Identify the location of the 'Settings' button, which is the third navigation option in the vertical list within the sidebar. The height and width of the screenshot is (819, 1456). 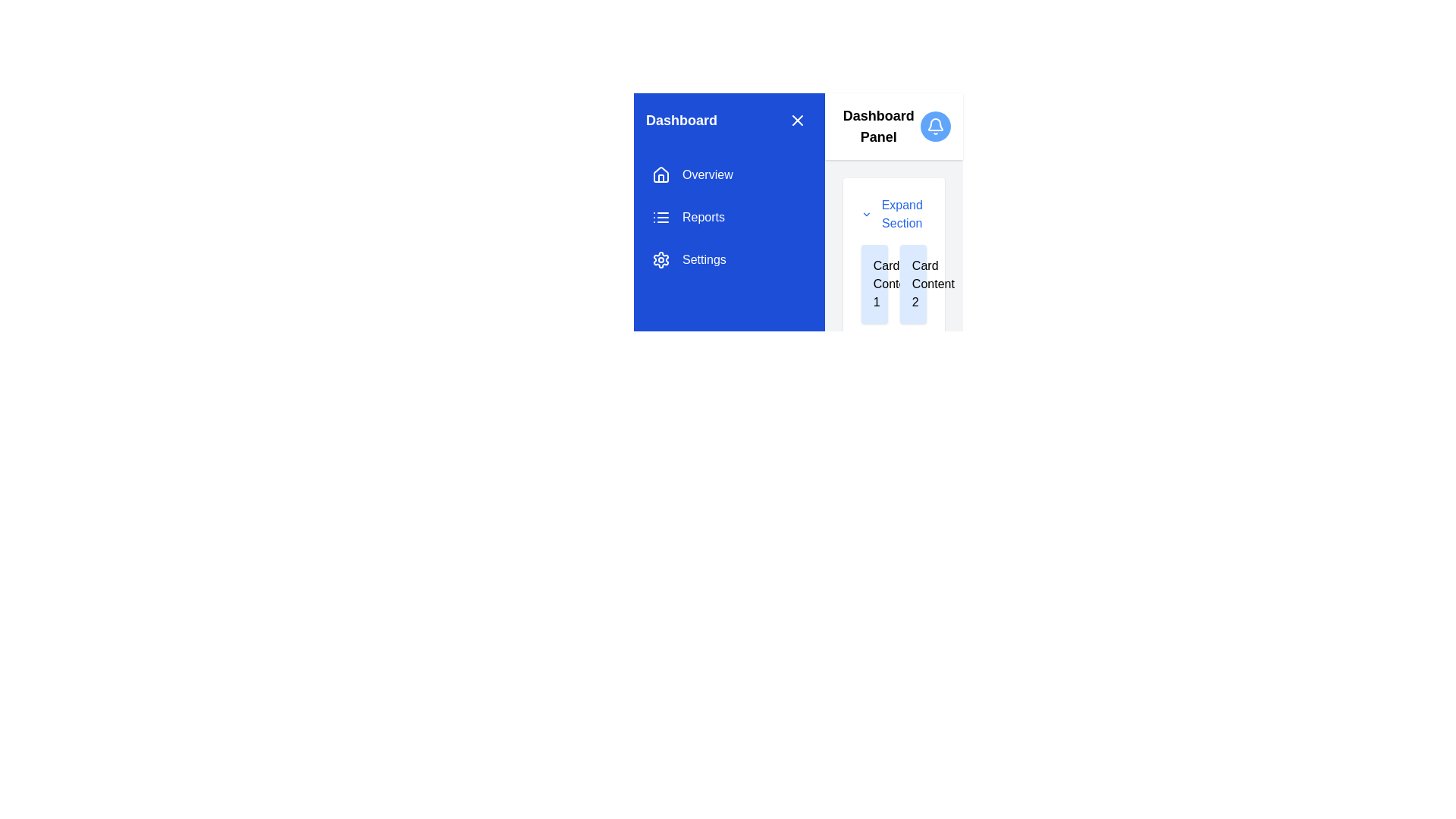
(729, 259).